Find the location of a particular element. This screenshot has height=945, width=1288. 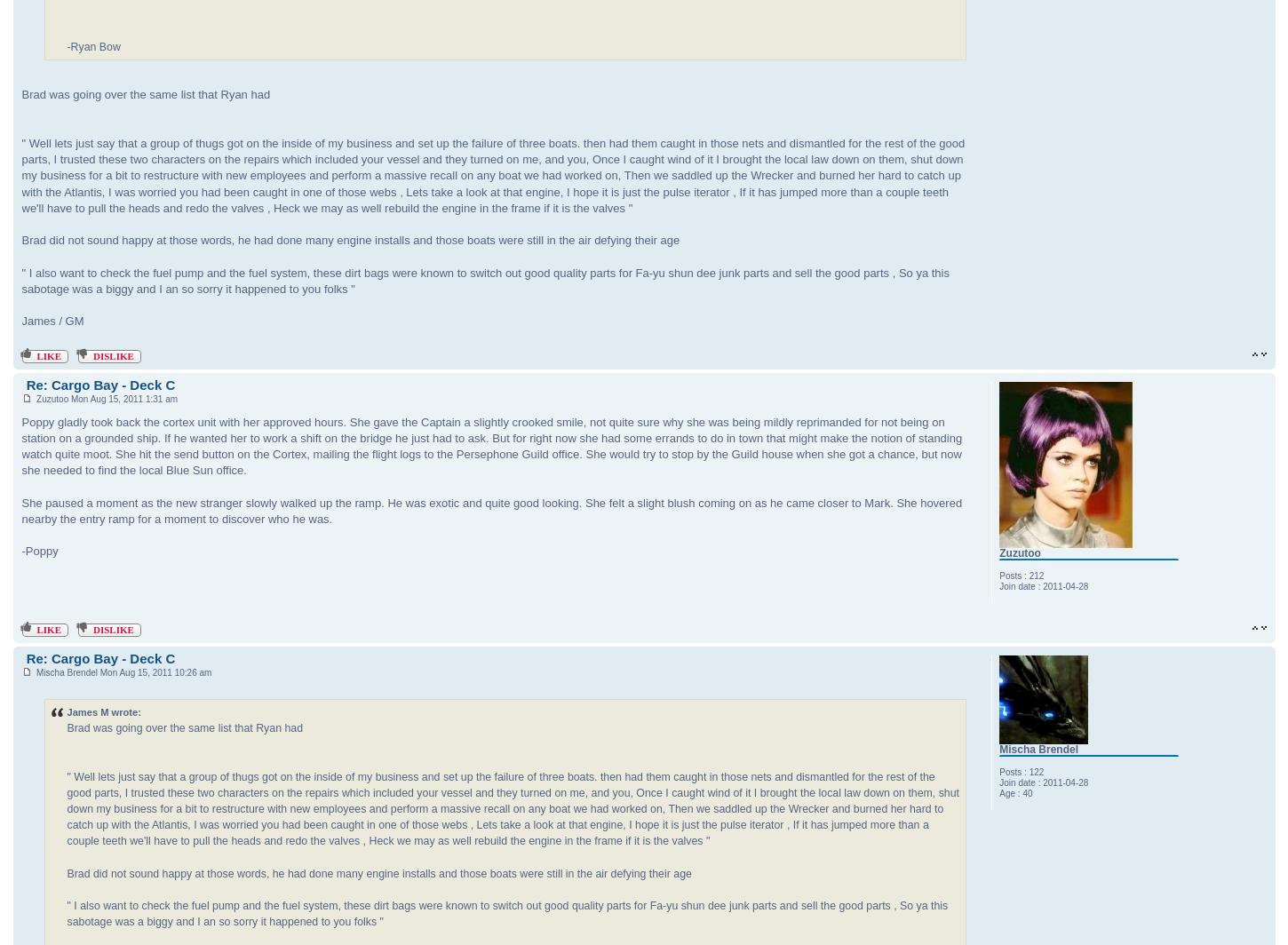

'Zuzutoo' is located at coordinates (1018, 552).